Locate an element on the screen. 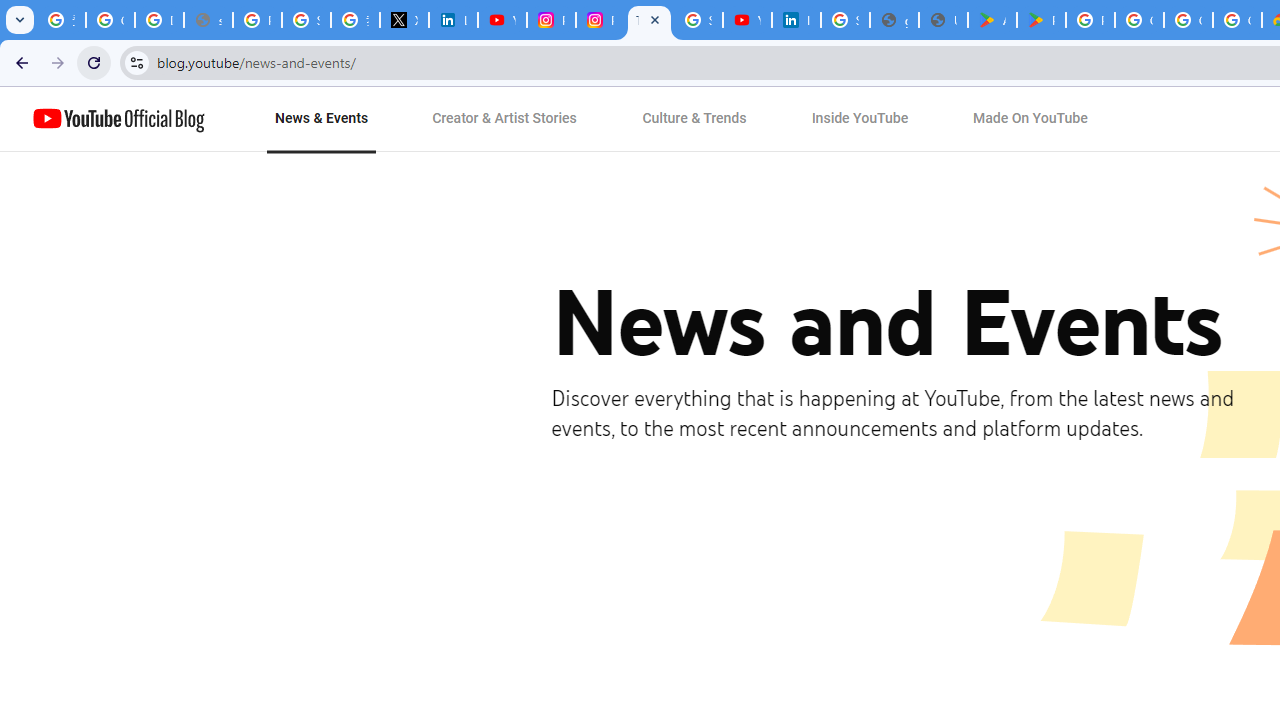 The image size is (1280, 720). 'PAW Patrol Rescue World - Apps on Google Play' is located at coordinates (1040, 20).